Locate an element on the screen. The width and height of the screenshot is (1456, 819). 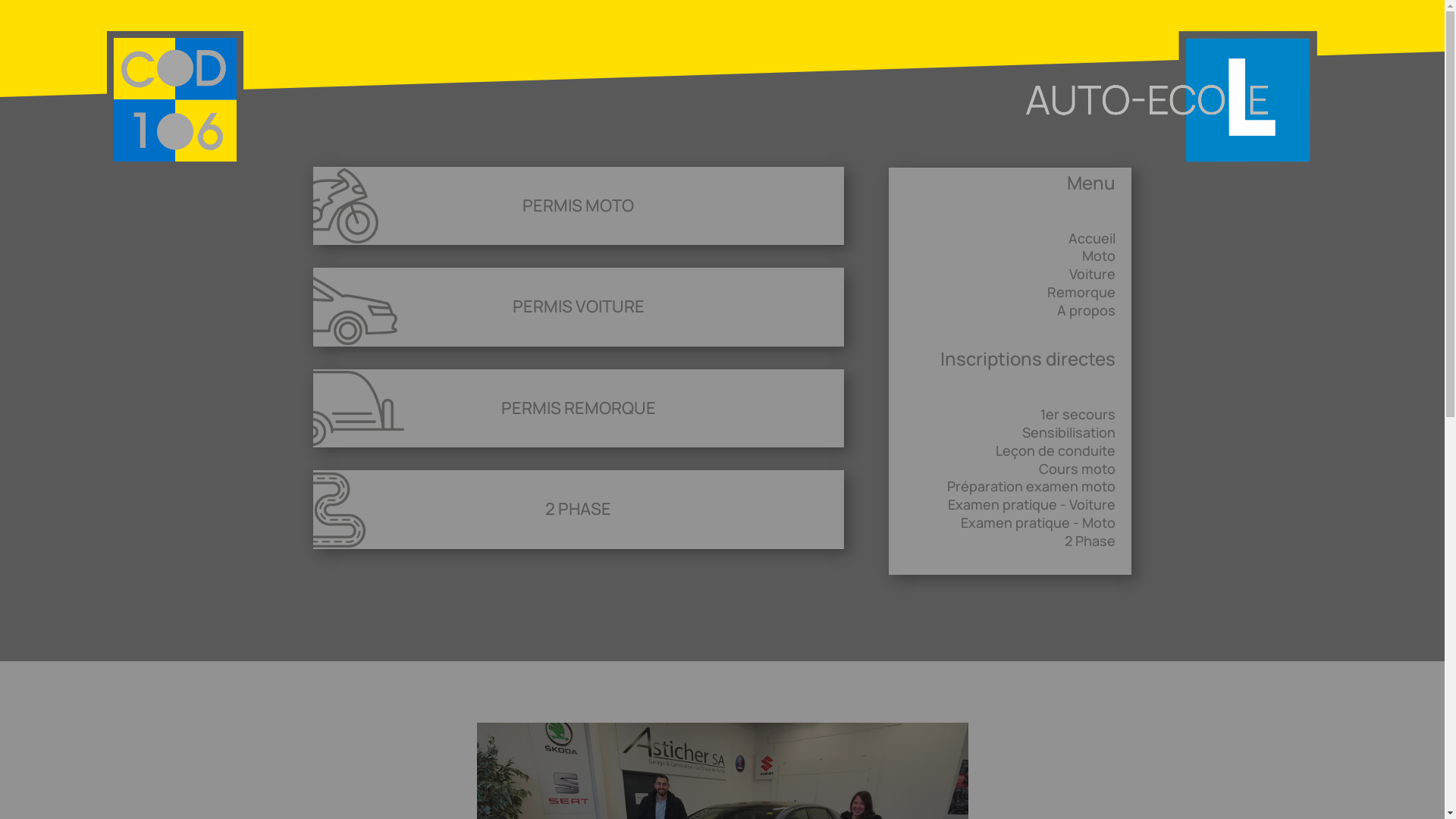
'Sensibilisation' is located at coordinates (1022, 432).